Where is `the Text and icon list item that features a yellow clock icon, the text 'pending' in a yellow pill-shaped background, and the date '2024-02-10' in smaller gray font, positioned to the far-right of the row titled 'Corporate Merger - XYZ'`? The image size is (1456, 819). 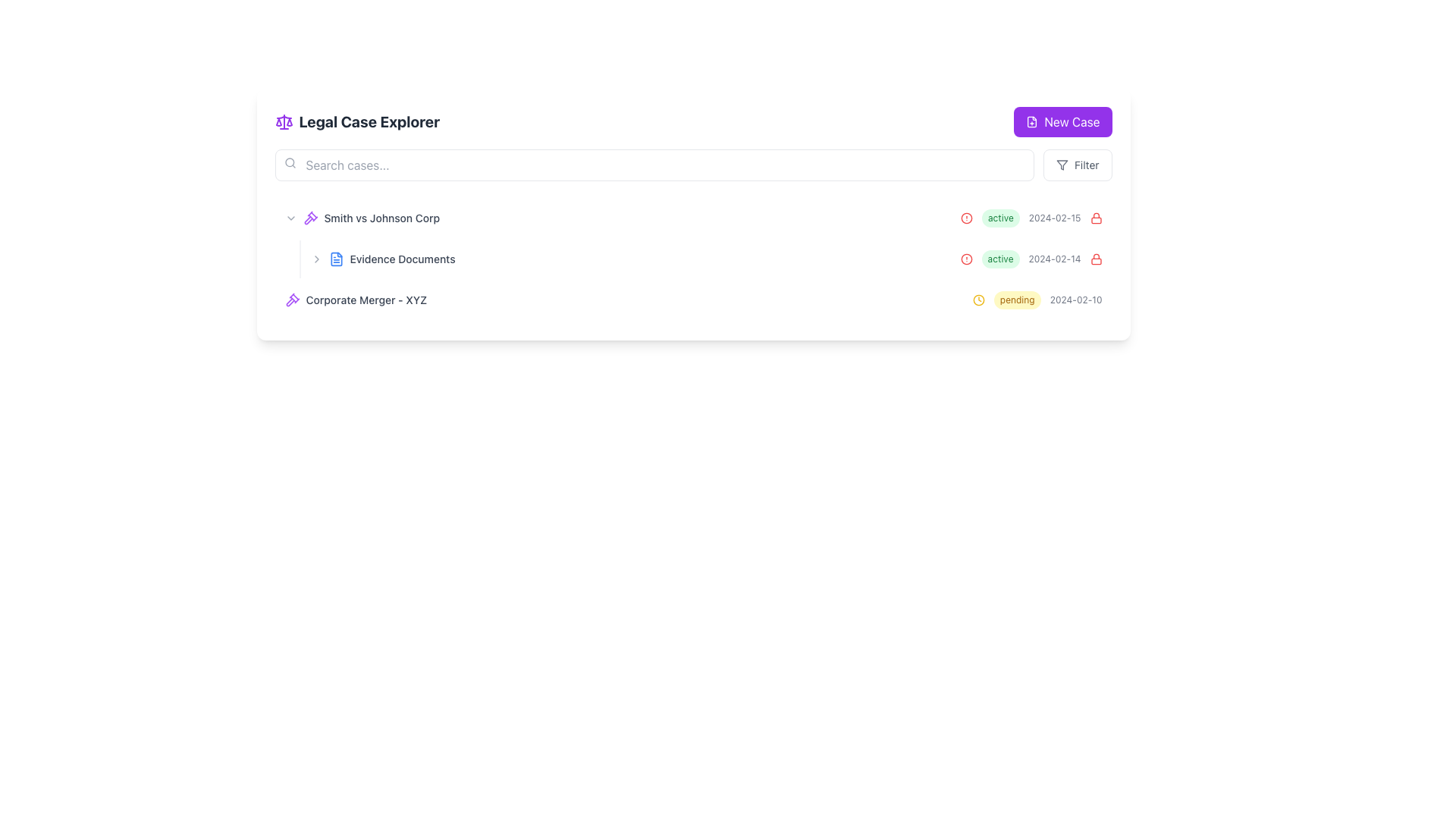
the Text and icon list item that features a yellow clock icon, the text 'pending' in a yellow pill-shaped background, and the date '2024-02-10' in smaller gray font, positioned to the far-right of the row titled 'Corporate Merger - XYZ' is located at coordinates (1037, 300).